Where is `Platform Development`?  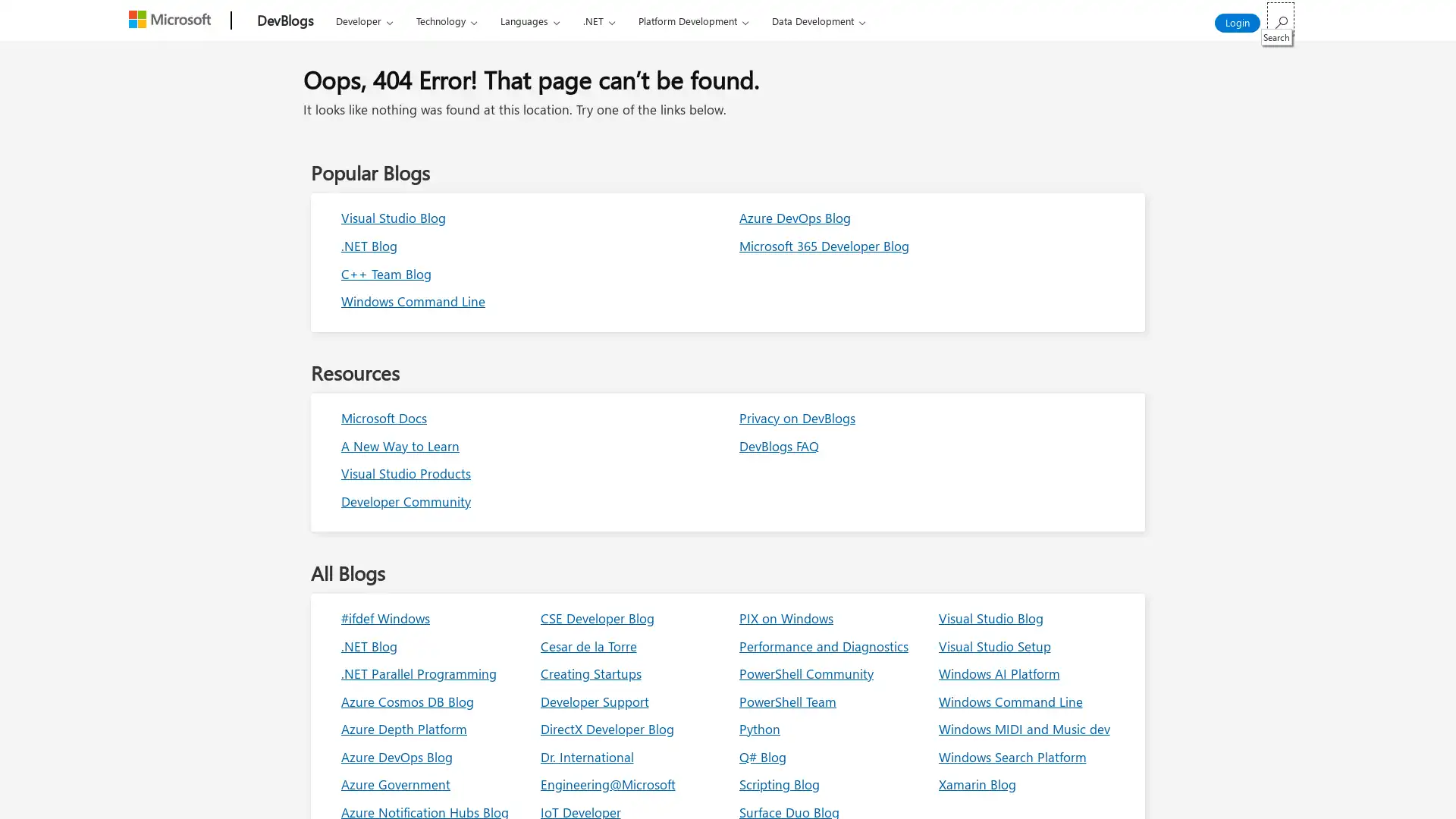
Platform Development is located at coordinates (692, 20).